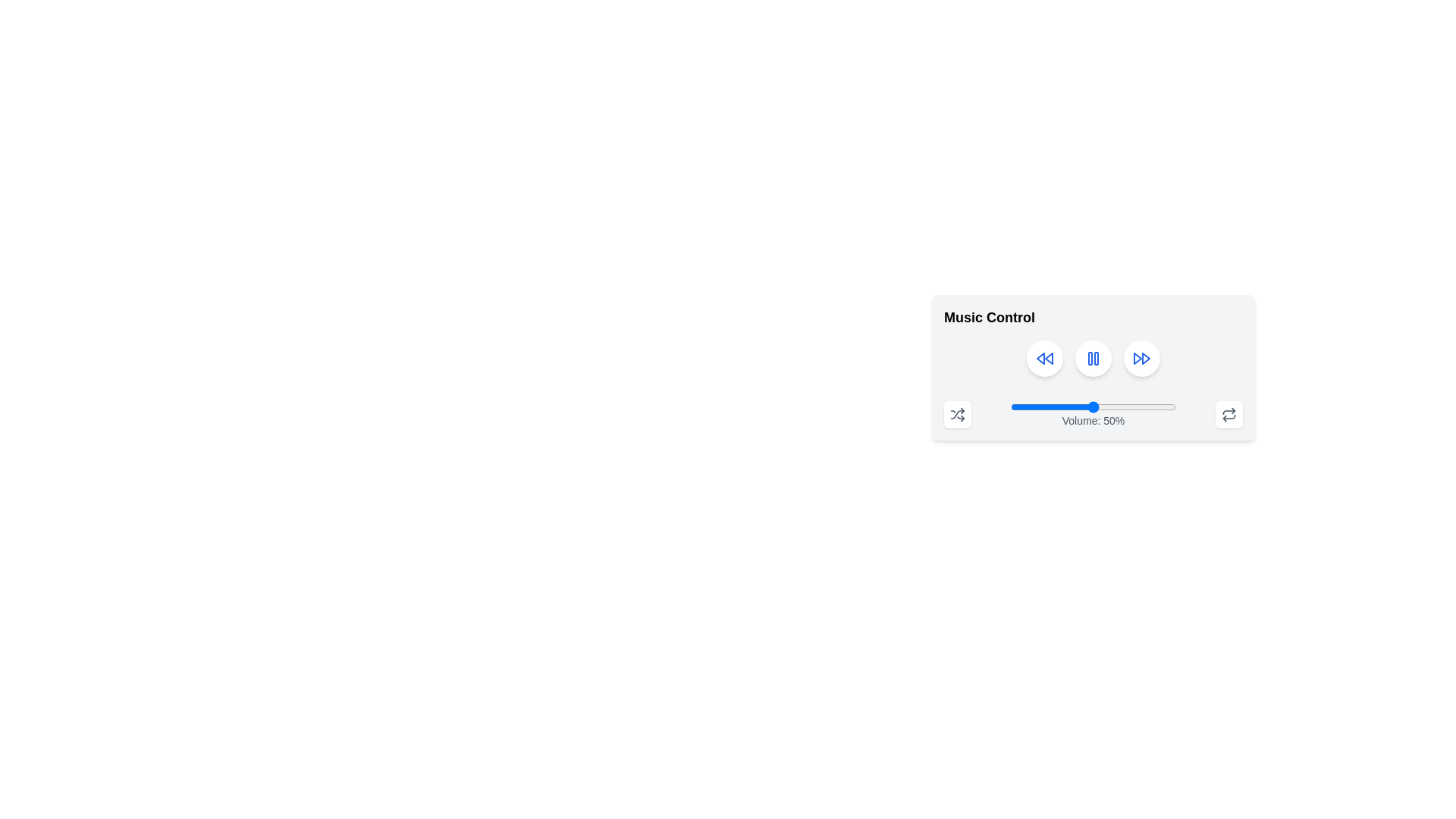 Image resolution: width=1456 pixels, height=819 pixels. Describe the element at coordinates (956, 415) in the screenshot. I see `the curved line that is part of the shuffle icon located in the bottom-right corner of the music control interface` at that location.